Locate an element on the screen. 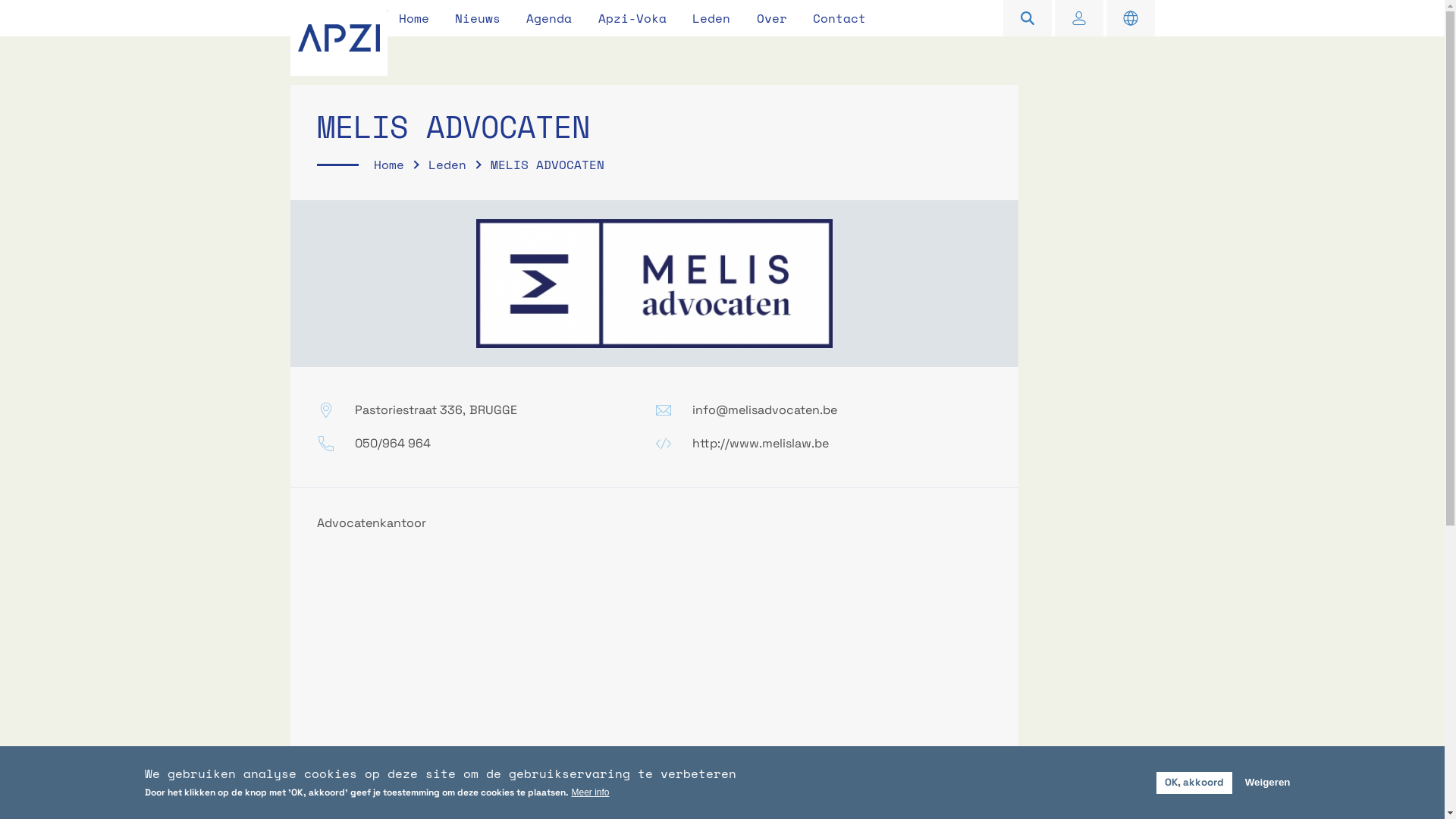 This screenshot has width=1456, height=819. 'Apzi-Voka' is located at coordinates (632, 17).